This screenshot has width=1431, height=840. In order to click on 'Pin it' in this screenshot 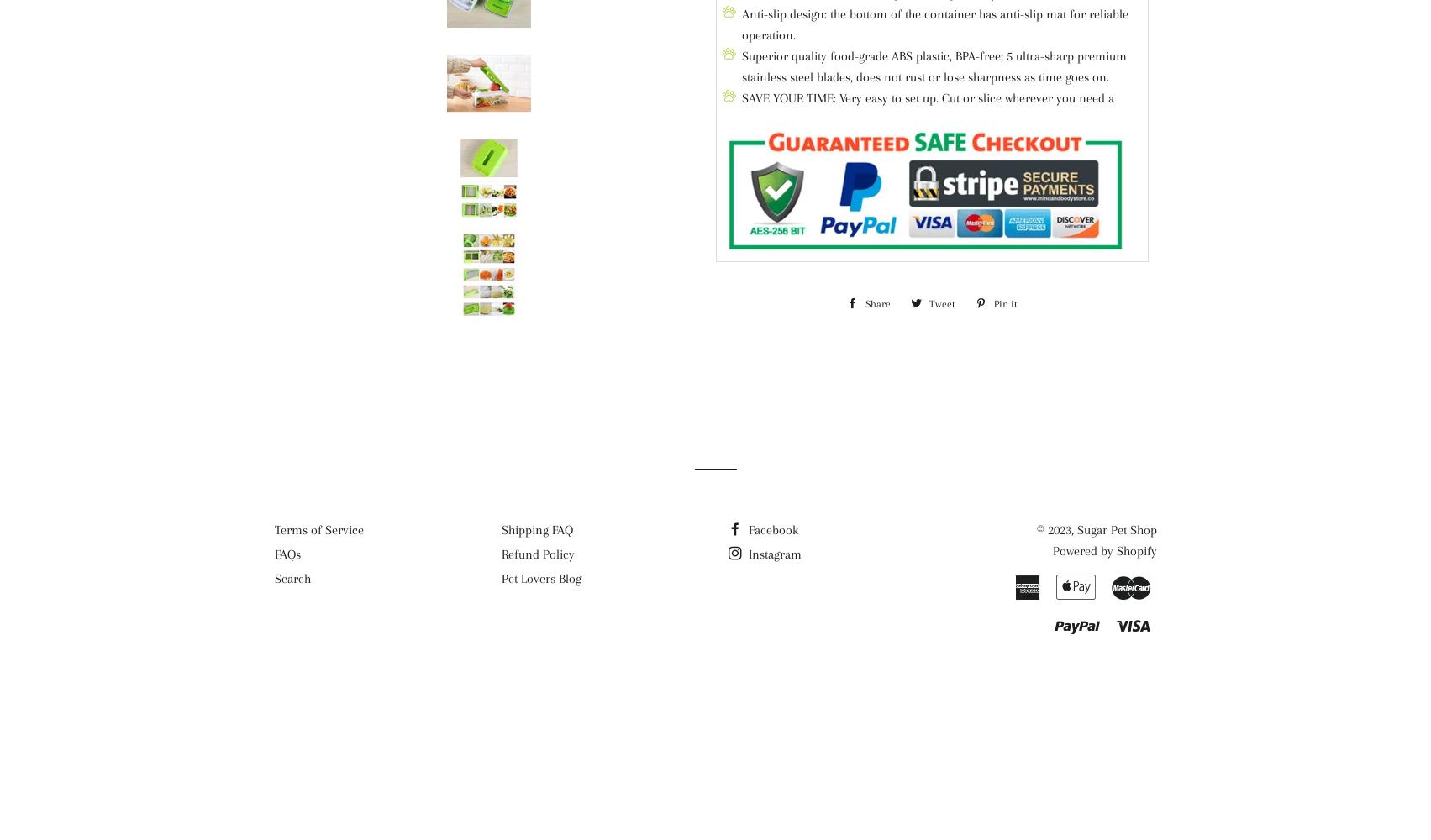, I will do `click(1004, 303)`.